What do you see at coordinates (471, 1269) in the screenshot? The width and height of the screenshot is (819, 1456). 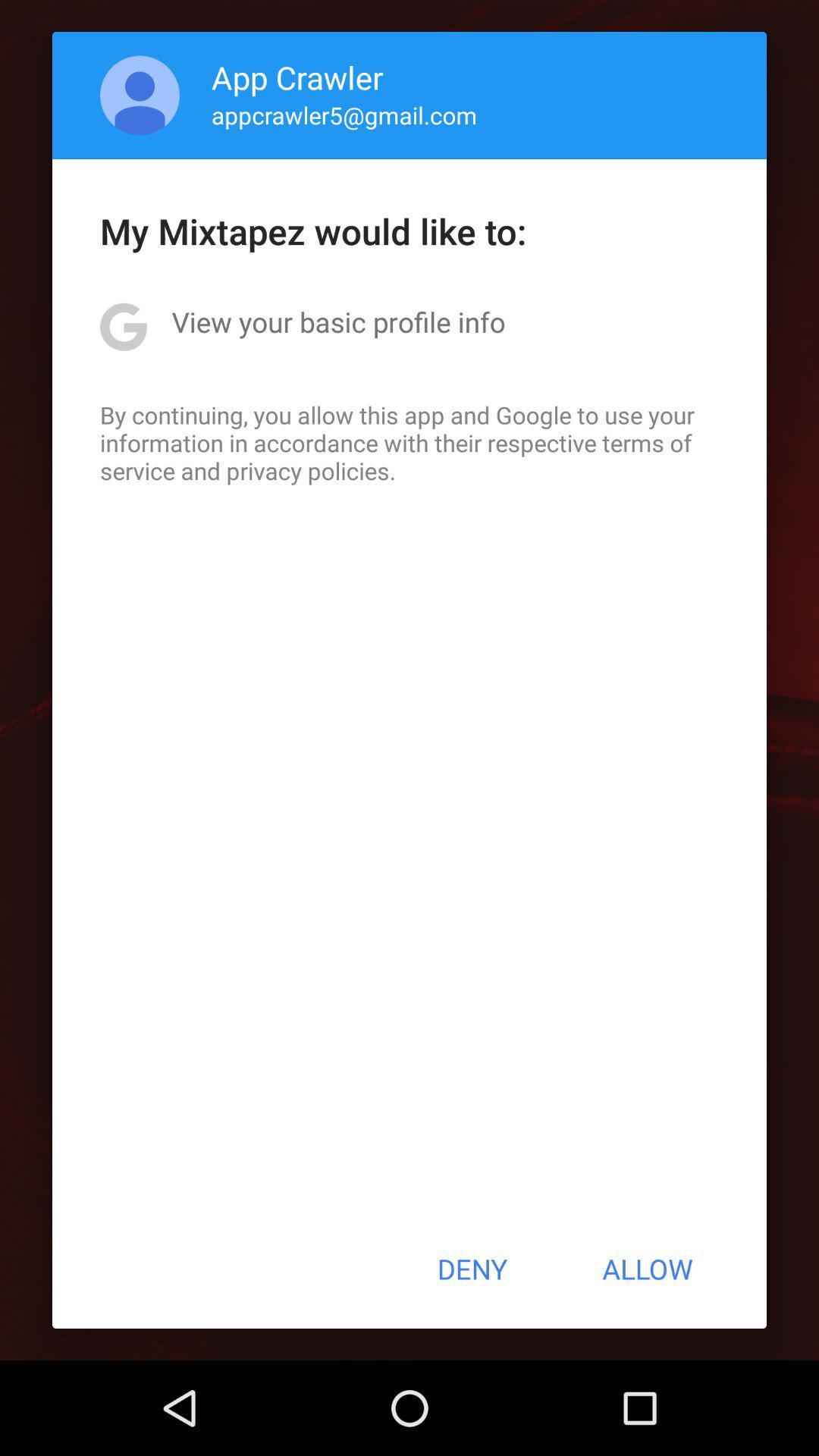 I see `item at the bottom` at bounding box center [471, 1269].